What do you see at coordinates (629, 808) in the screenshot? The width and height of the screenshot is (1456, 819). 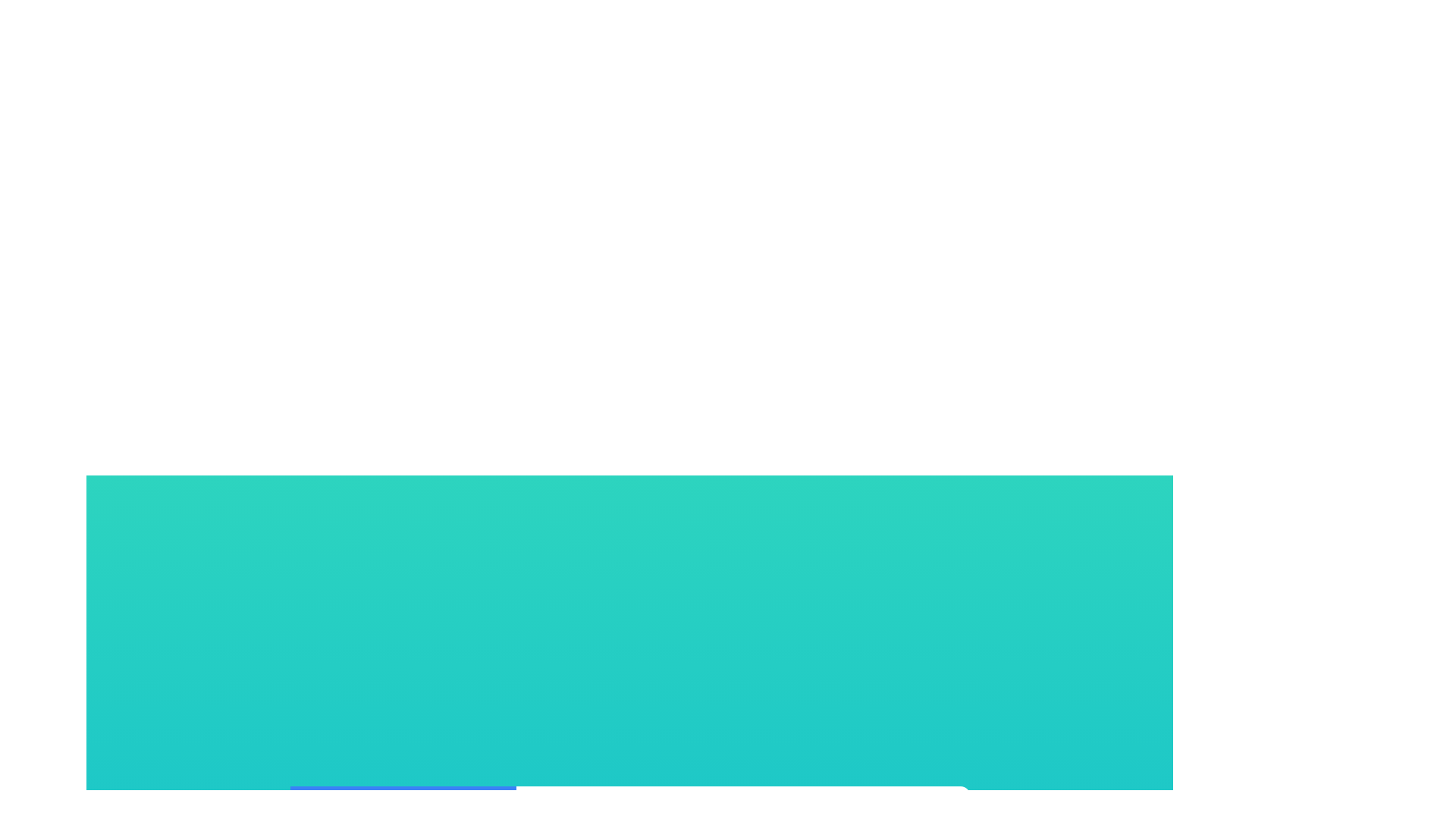 I see `the tab labeled Settings` at bounding box center [629, 808].